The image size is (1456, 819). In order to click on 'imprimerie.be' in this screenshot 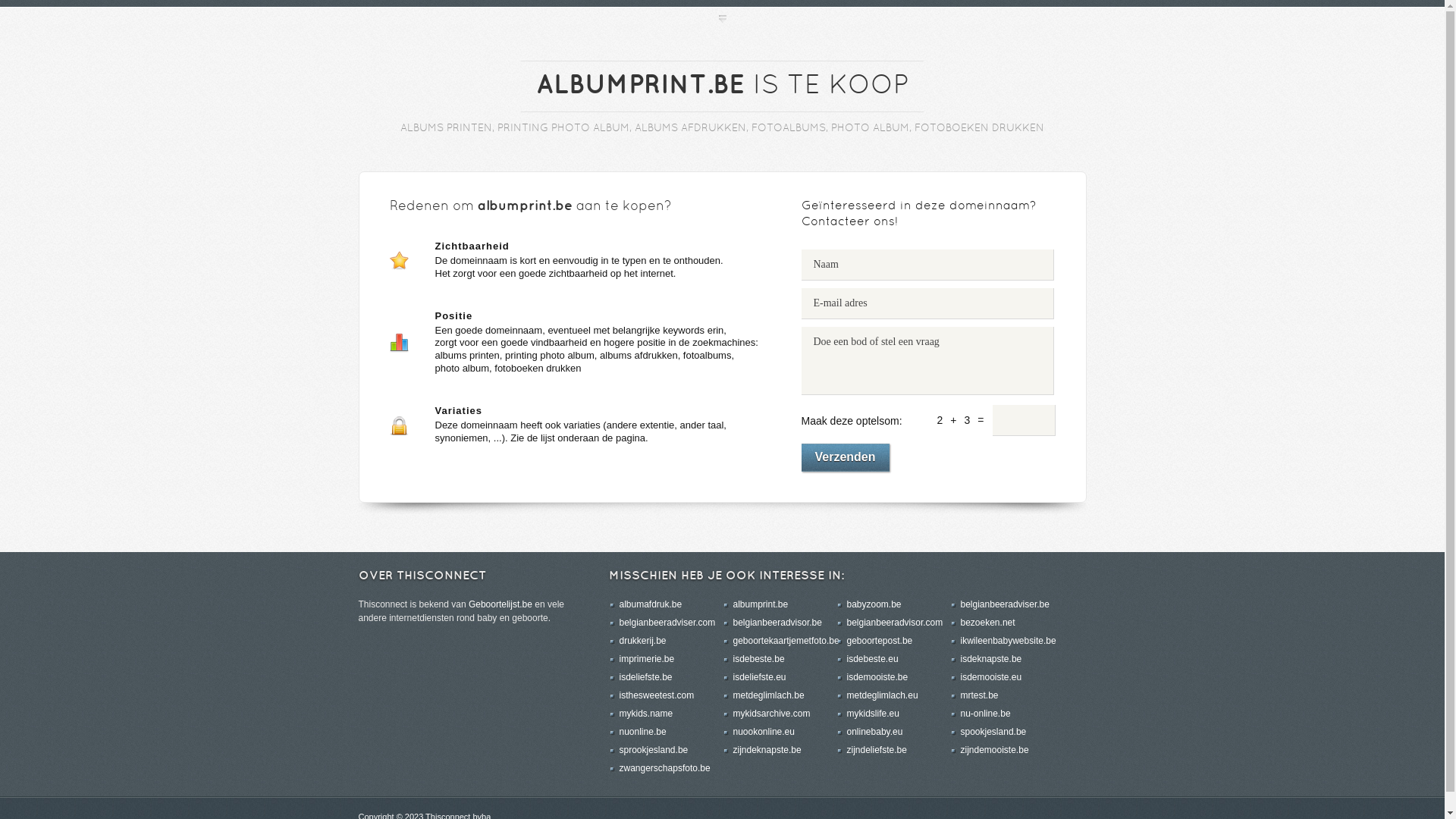, I will do `click(646, 657)`.